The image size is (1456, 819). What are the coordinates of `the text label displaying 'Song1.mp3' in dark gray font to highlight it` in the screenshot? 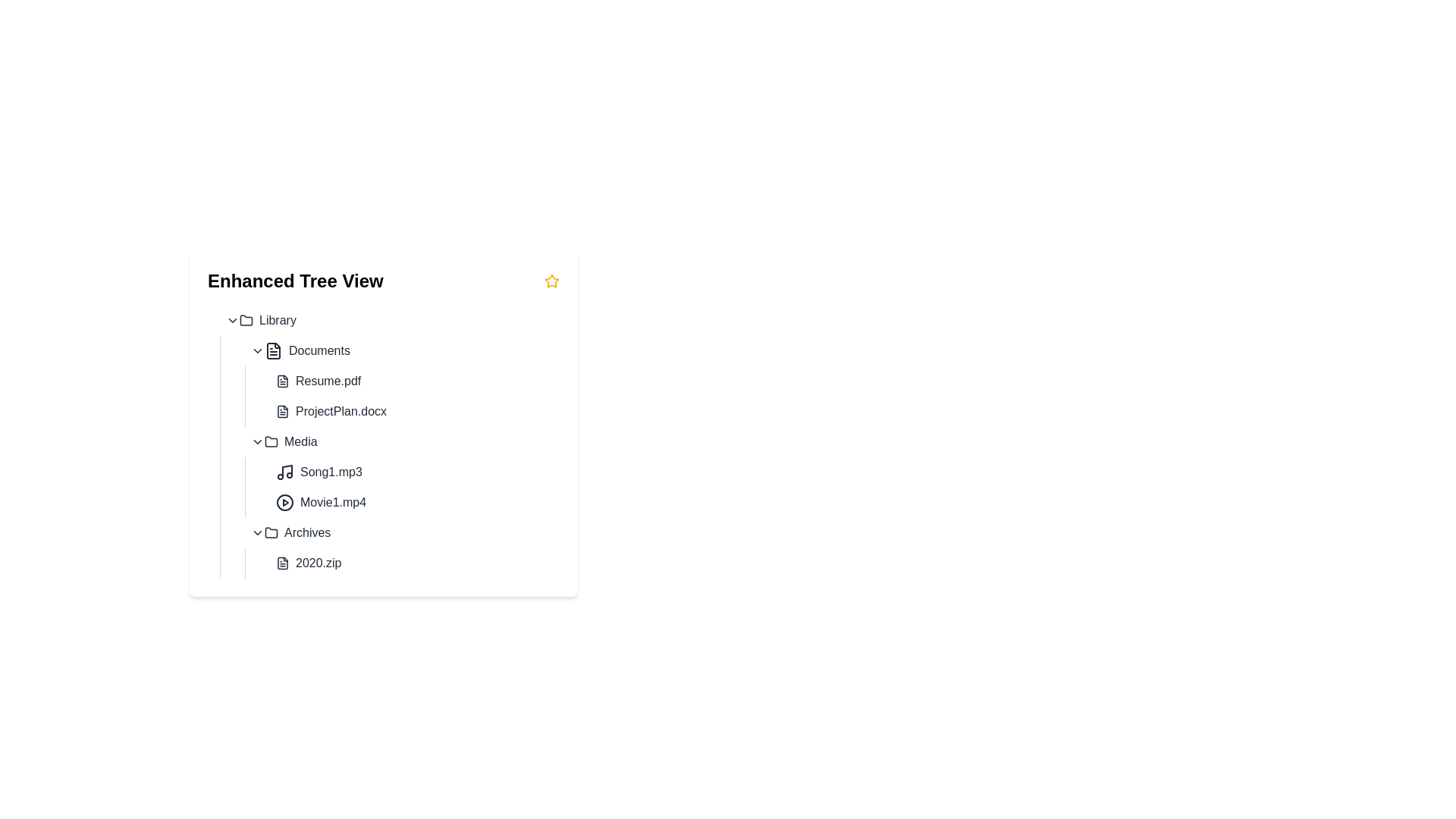 It's located at (330, 472).